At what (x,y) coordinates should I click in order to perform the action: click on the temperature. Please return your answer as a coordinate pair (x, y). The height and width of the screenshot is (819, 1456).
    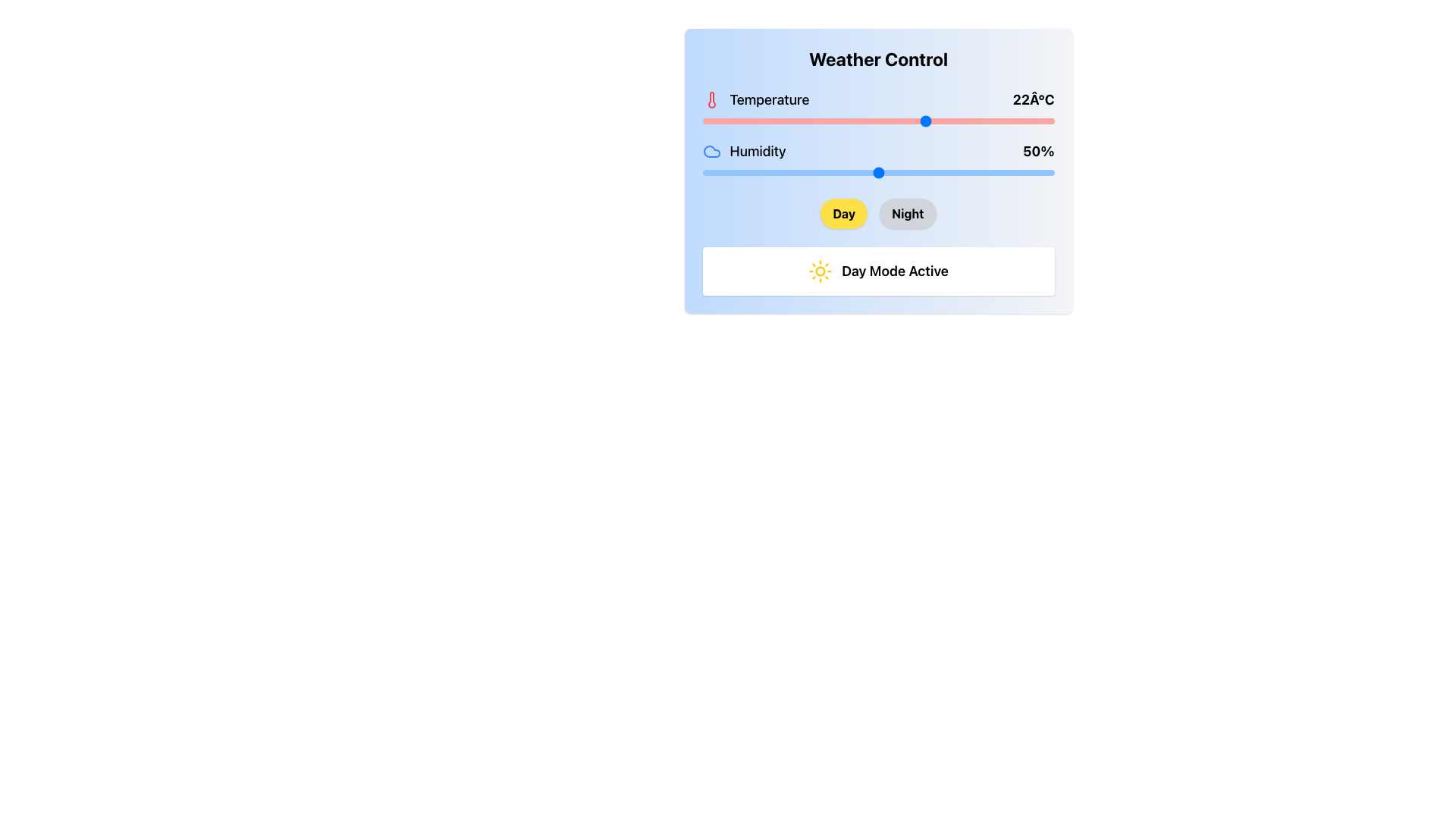
    Looking at the image, I should click on (821, 120).